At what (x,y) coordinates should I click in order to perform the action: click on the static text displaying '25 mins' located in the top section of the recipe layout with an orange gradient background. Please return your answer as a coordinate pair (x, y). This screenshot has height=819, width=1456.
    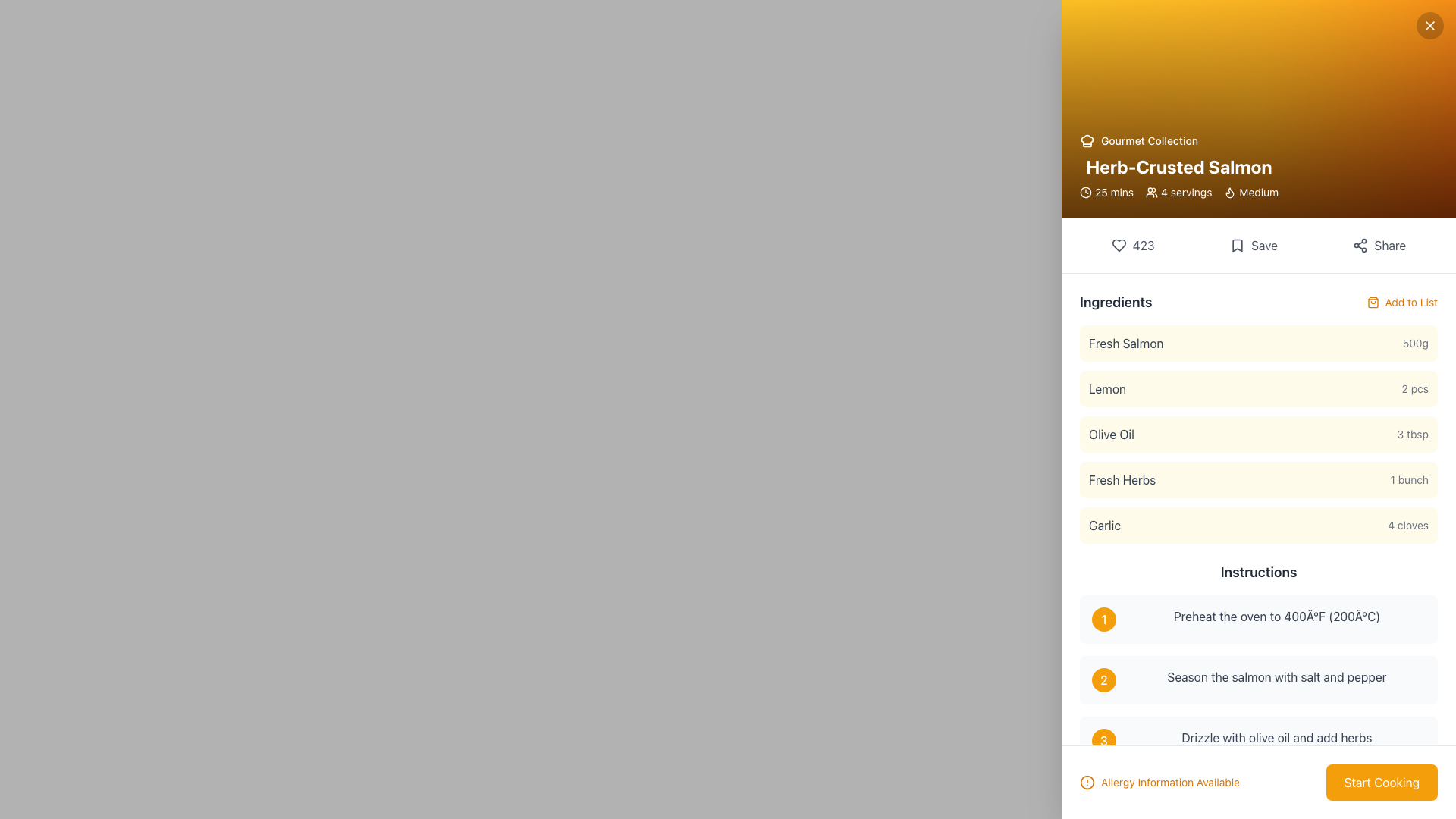
    Looking at the image, I should click on (1114, 192).